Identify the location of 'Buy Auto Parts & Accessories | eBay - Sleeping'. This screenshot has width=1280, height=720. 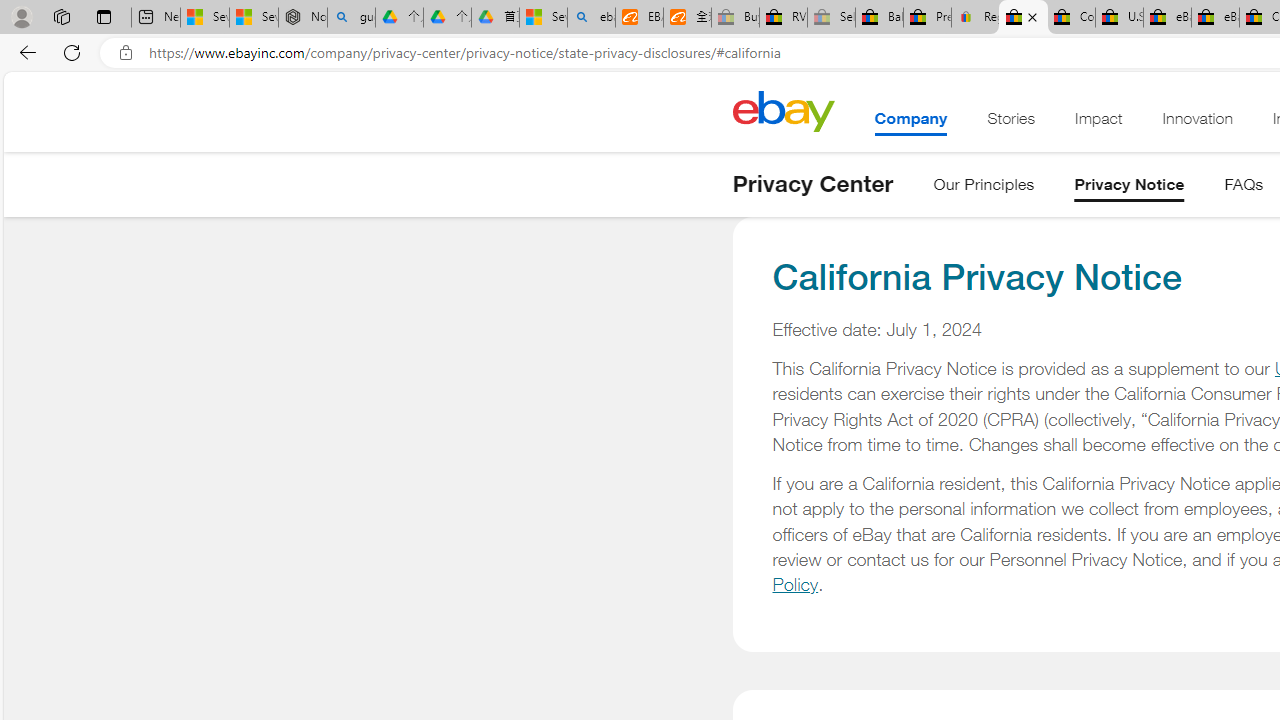
(734, 17).